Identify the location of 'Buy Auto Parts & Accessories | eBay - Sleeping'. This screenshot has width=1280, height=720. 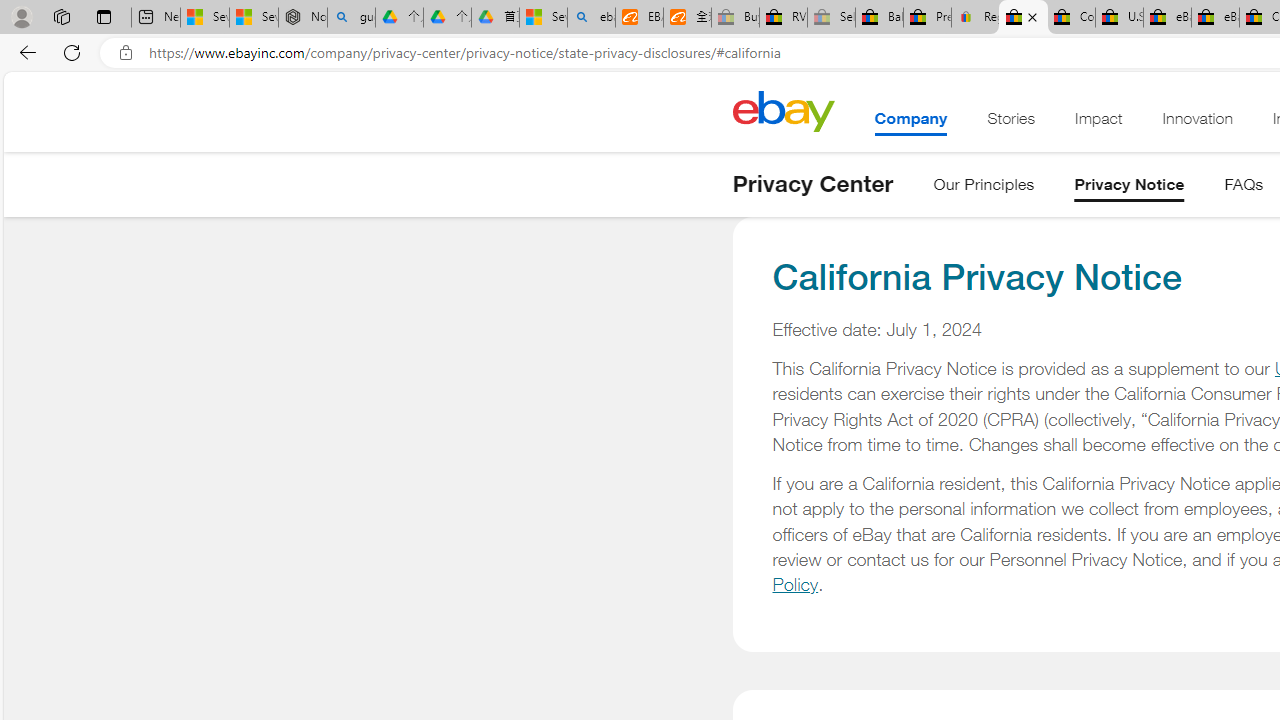
(734, 17).